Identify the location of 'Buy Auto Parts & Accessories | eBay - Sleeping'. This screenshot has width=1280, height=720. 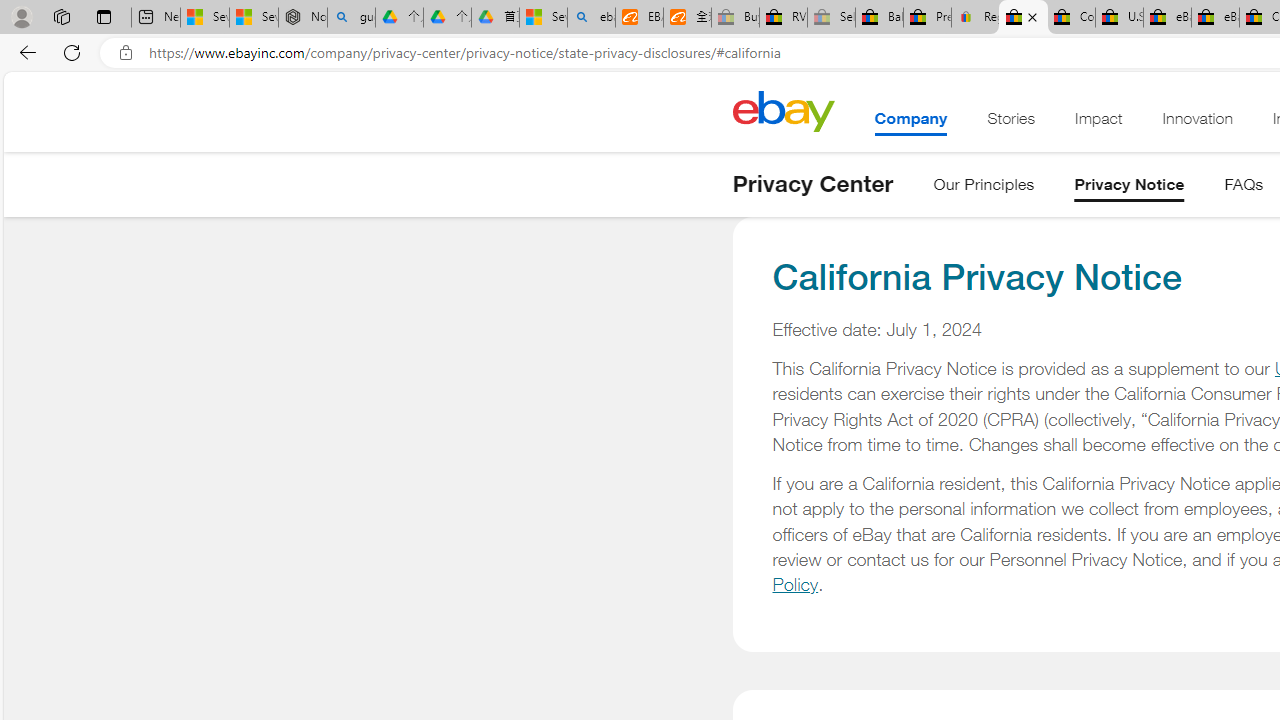
(734, 17).